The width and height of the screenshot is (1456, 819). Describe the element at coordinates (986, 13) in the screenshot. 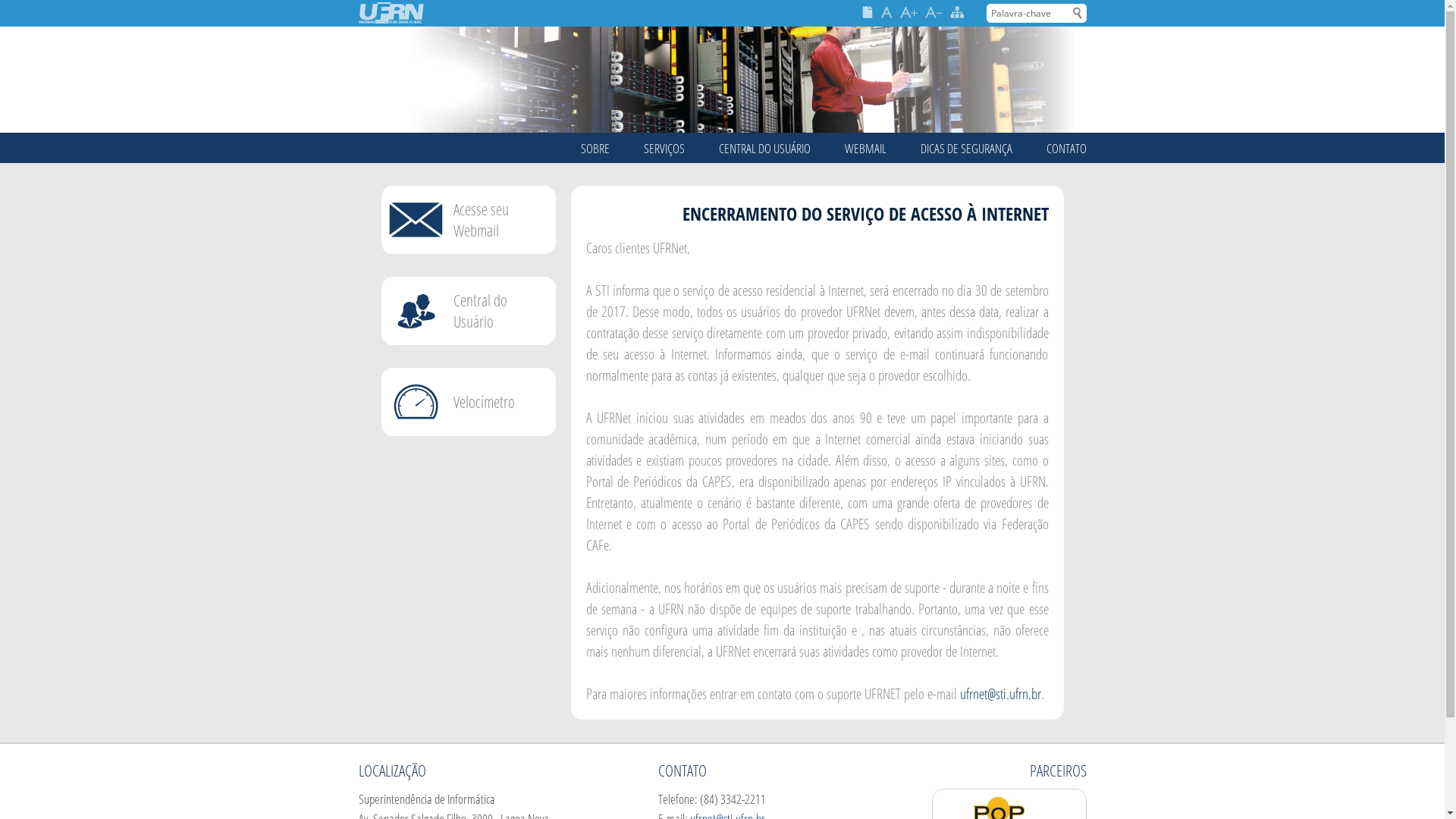

I see `'Palavra-chave'` at that location.